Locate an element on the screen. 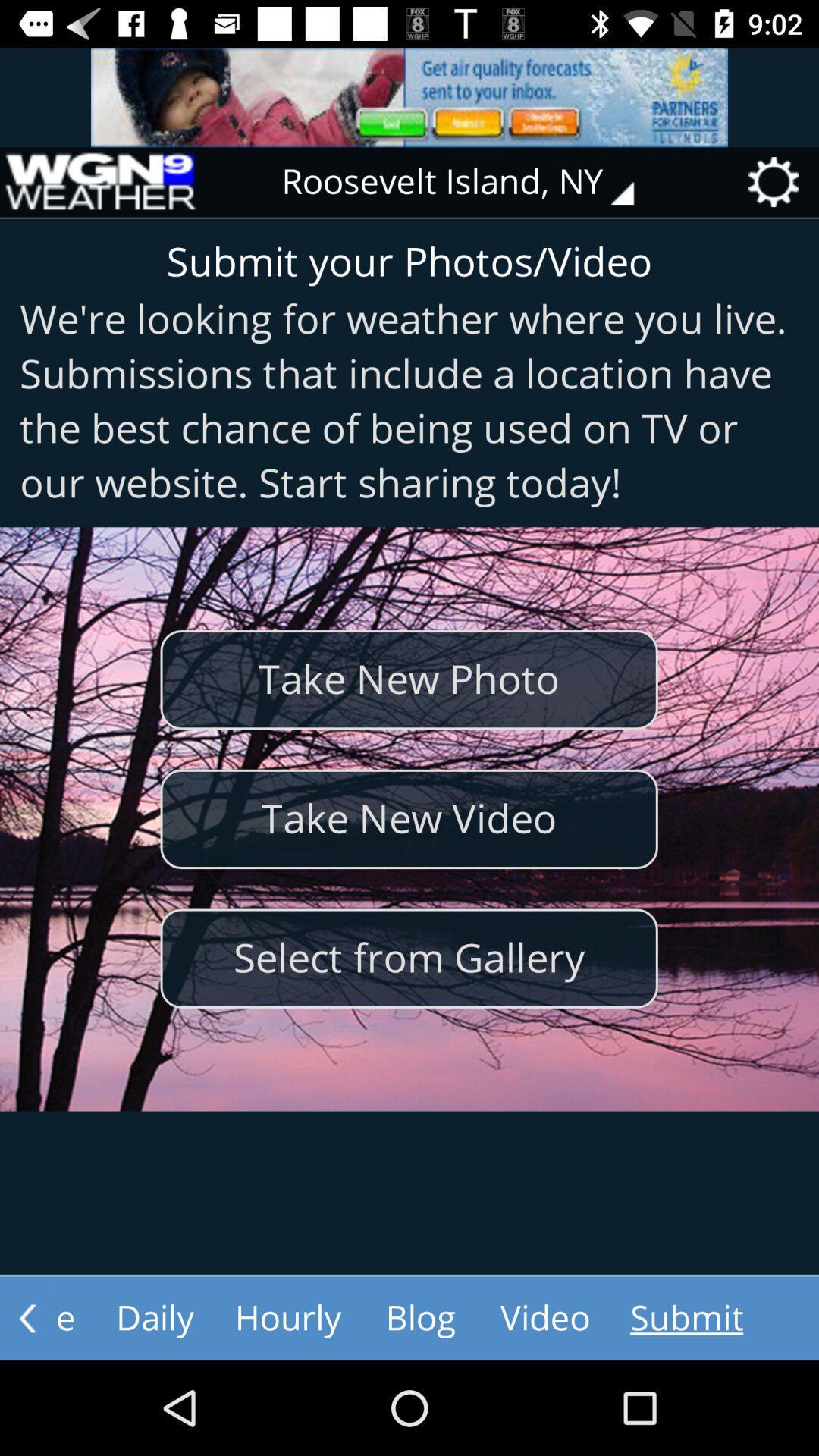 The image size is (819, 1456). advertisement is located at coordinates (409, 96).